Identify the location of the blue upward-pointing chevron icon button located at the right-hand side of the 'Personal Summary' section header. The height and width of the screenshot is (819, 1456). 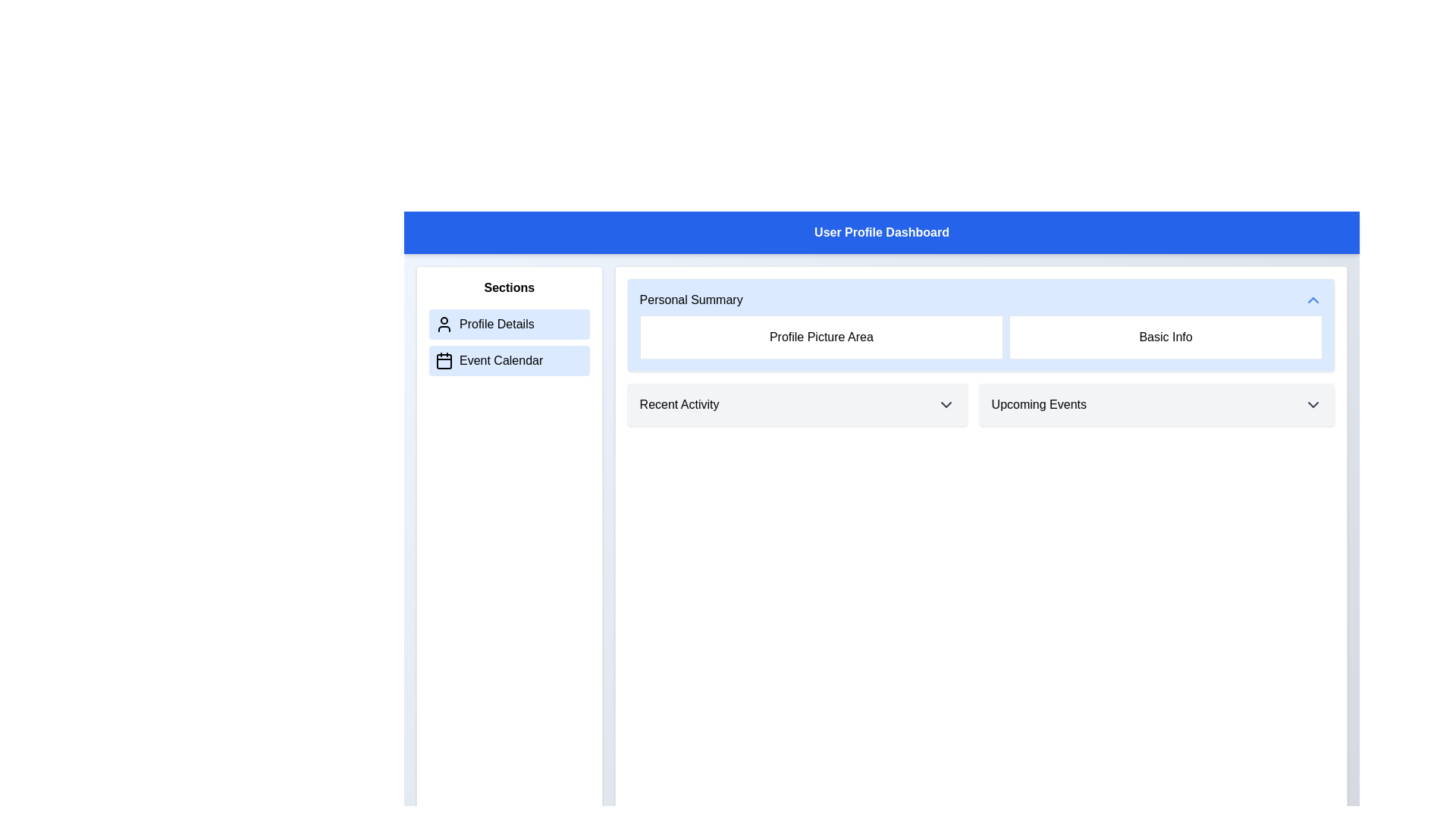
(1313, 300).